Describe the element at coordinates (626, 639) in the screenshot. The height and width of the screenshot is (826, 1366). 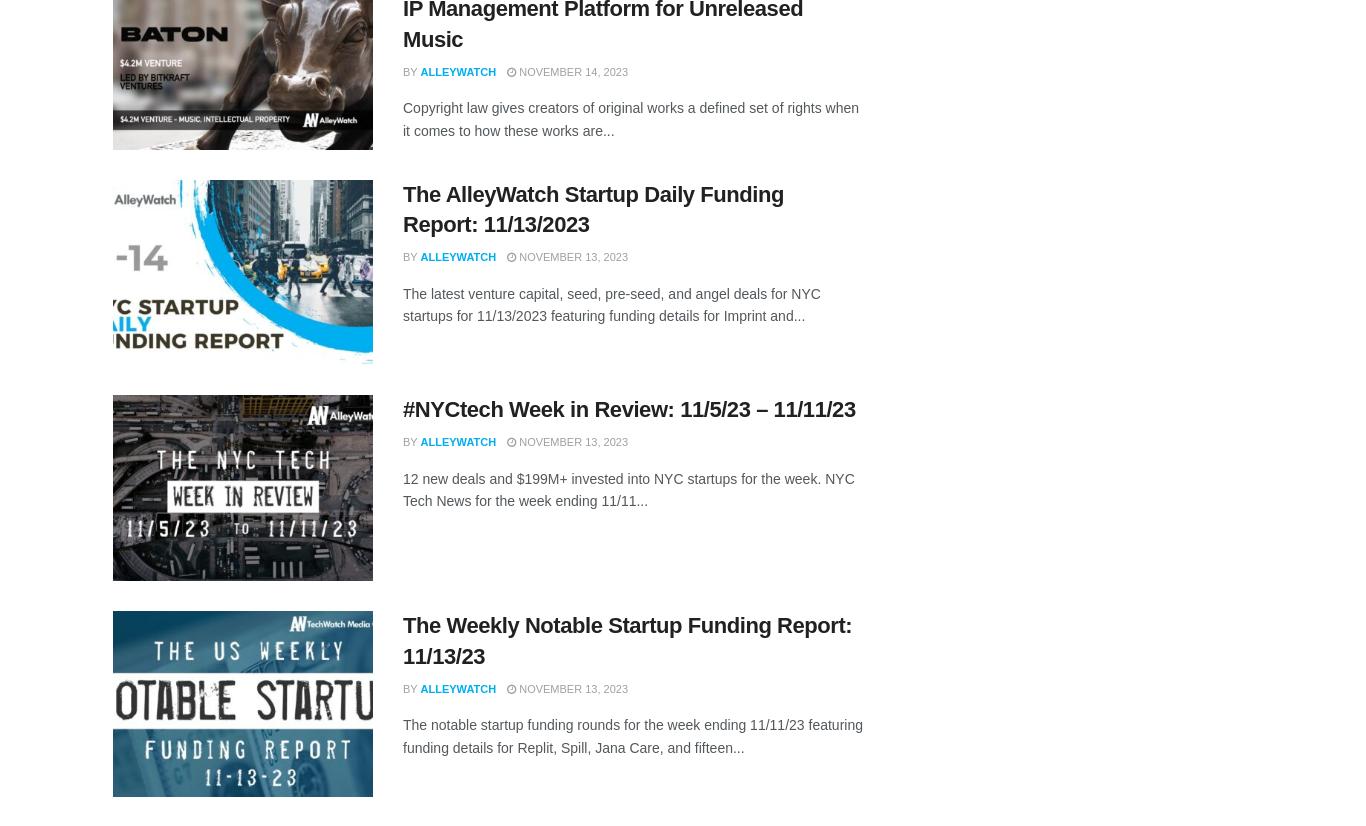
I see `'The Weekly Notable Startup Funding Report: 11/13/23'` at that location.